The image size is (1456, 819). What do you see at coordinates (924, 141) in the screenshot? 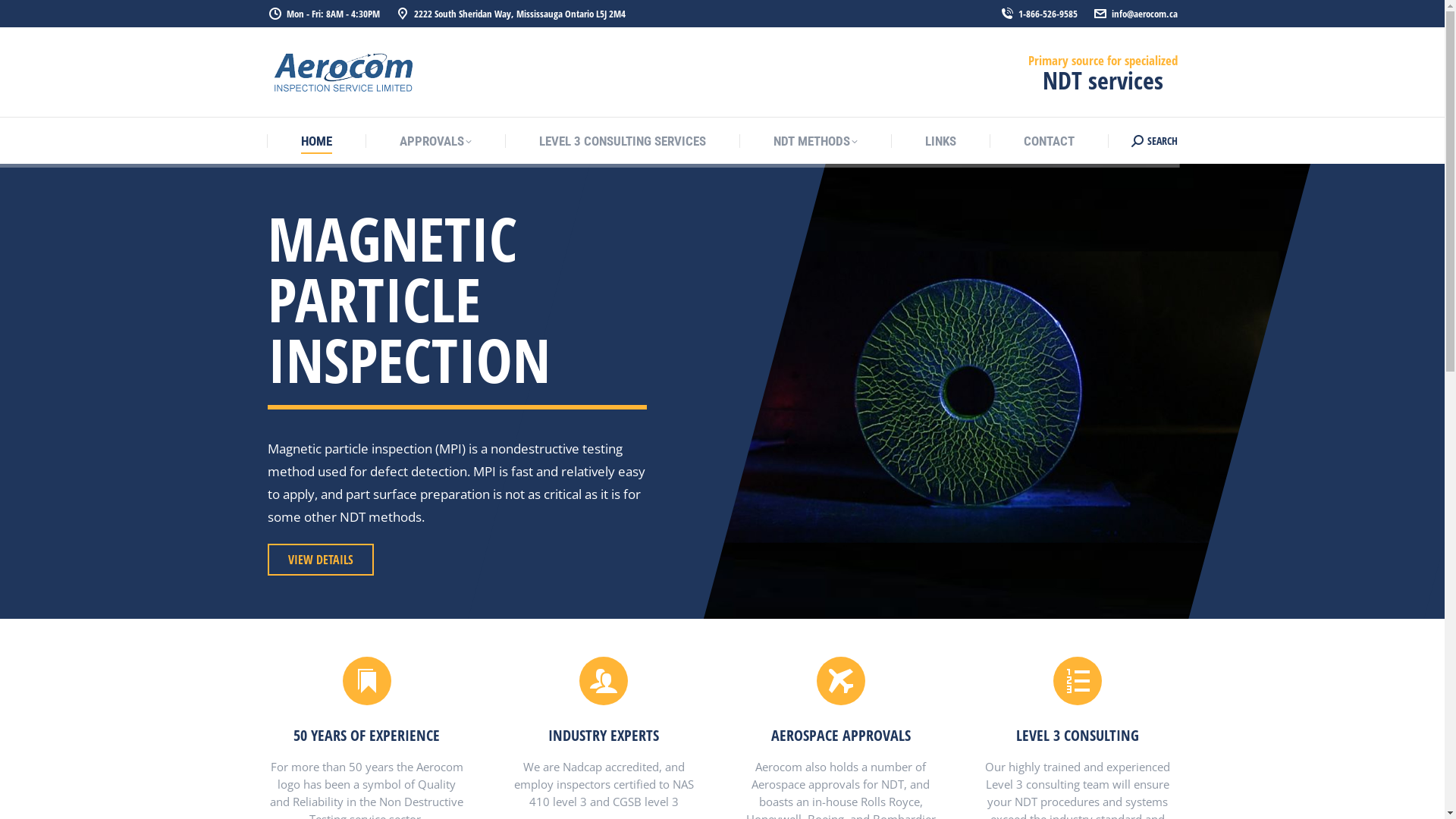
I see `'LINKS'` at bounding box center [924, 141].